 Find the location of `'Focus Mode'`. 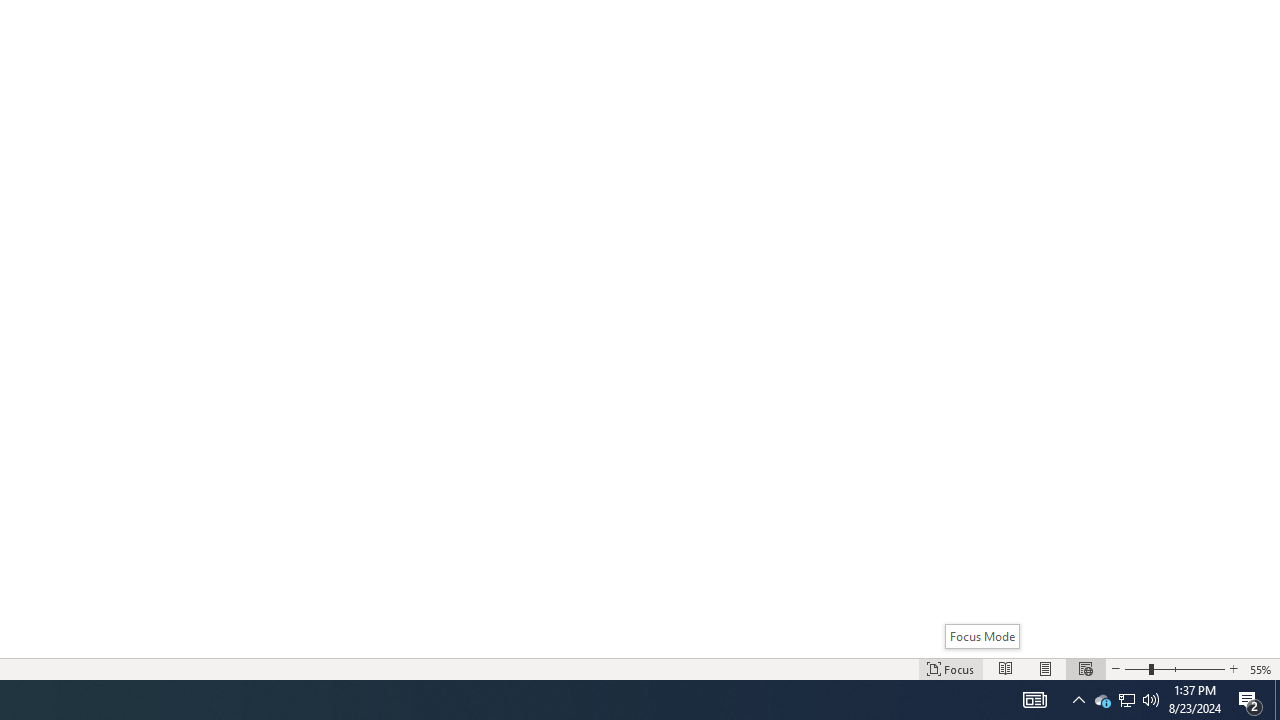

'Focus Mode' is located at coordinates (982, 636).